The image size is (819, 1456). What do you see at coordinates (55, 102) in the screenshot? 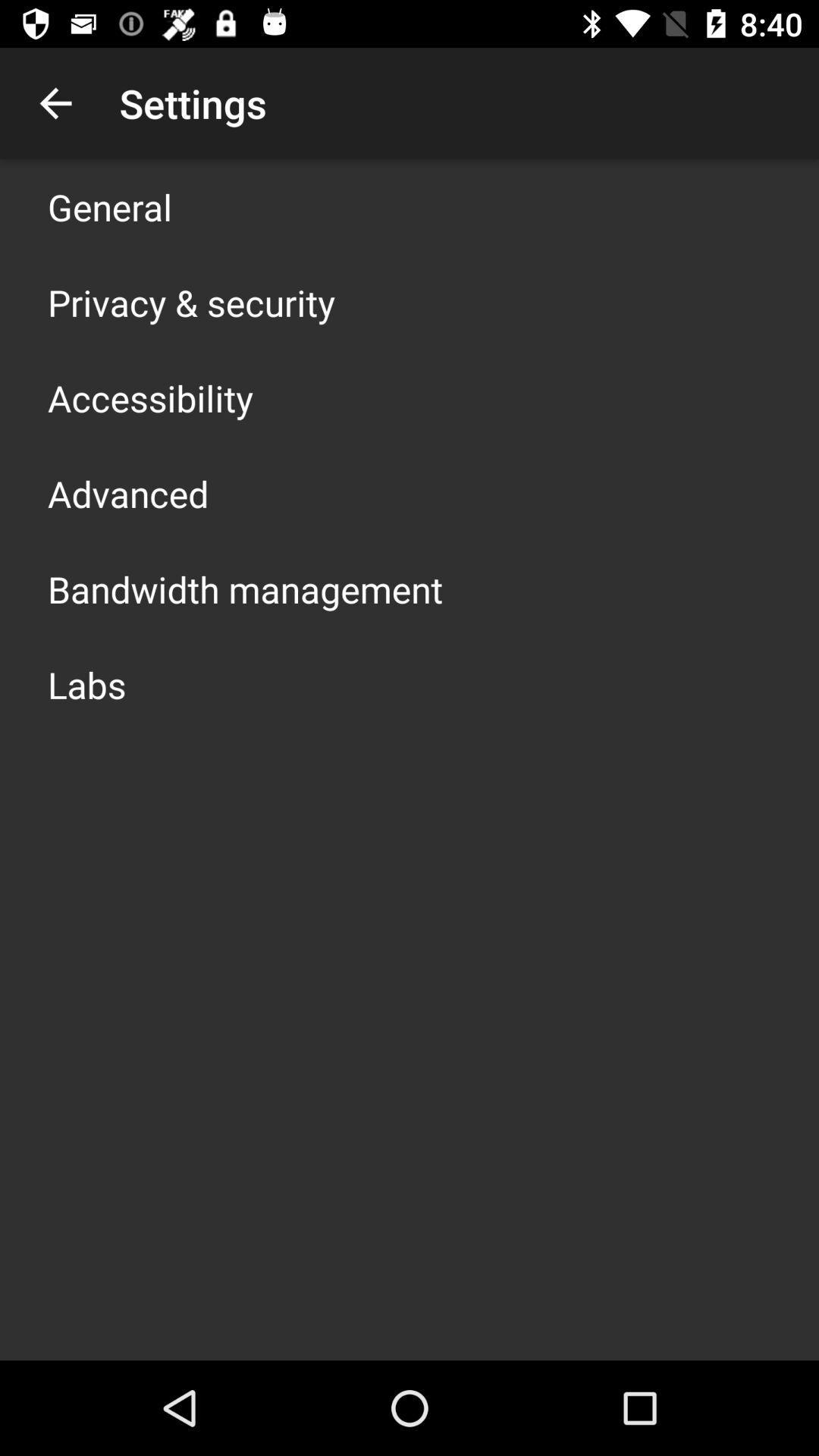
I see `icon to the left of settings item` at bounding box center [55, 102].